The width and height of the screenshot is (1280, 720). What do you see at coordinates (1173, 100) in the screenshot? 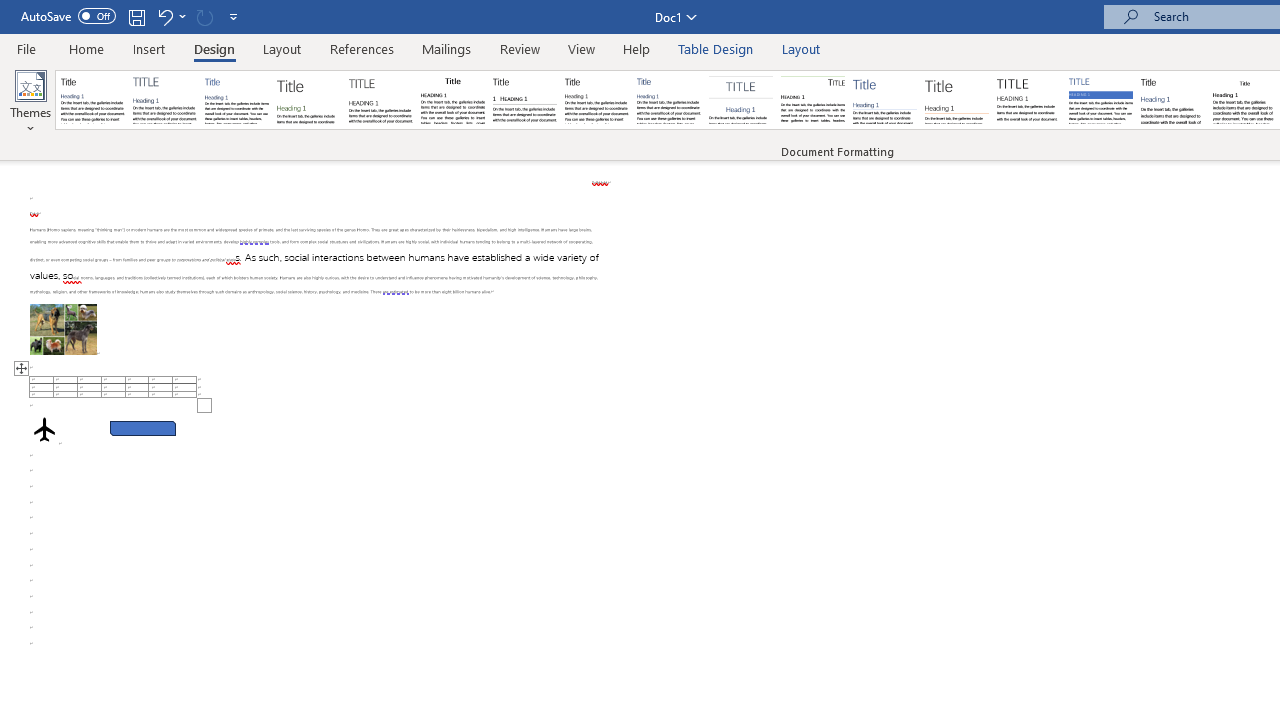
I see `'Word'` at bounding box center [1173, 100].